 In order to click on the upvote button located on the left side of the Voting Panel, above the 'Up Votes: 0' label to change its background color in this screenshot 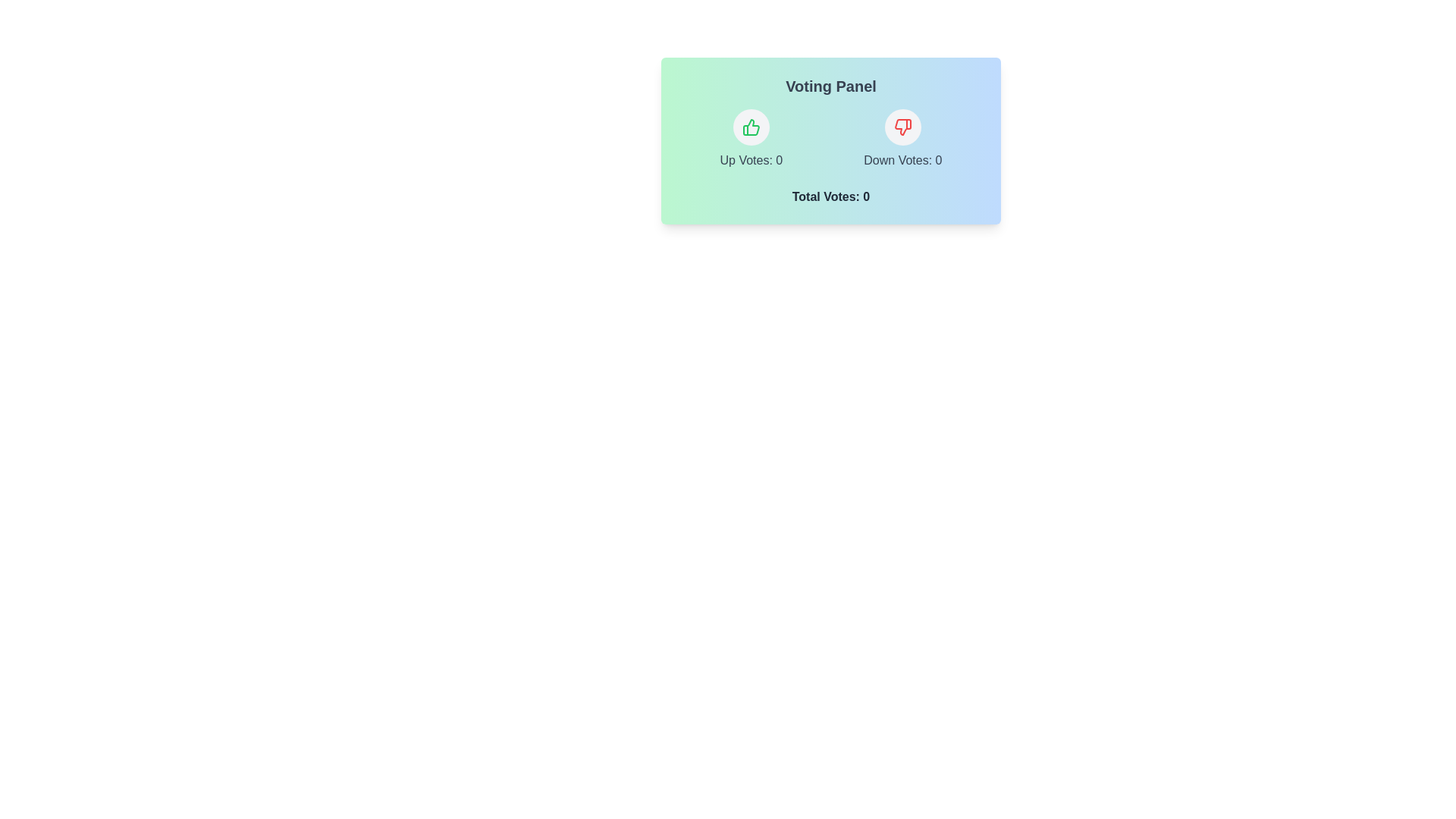, I will do `click(751, 127)`.